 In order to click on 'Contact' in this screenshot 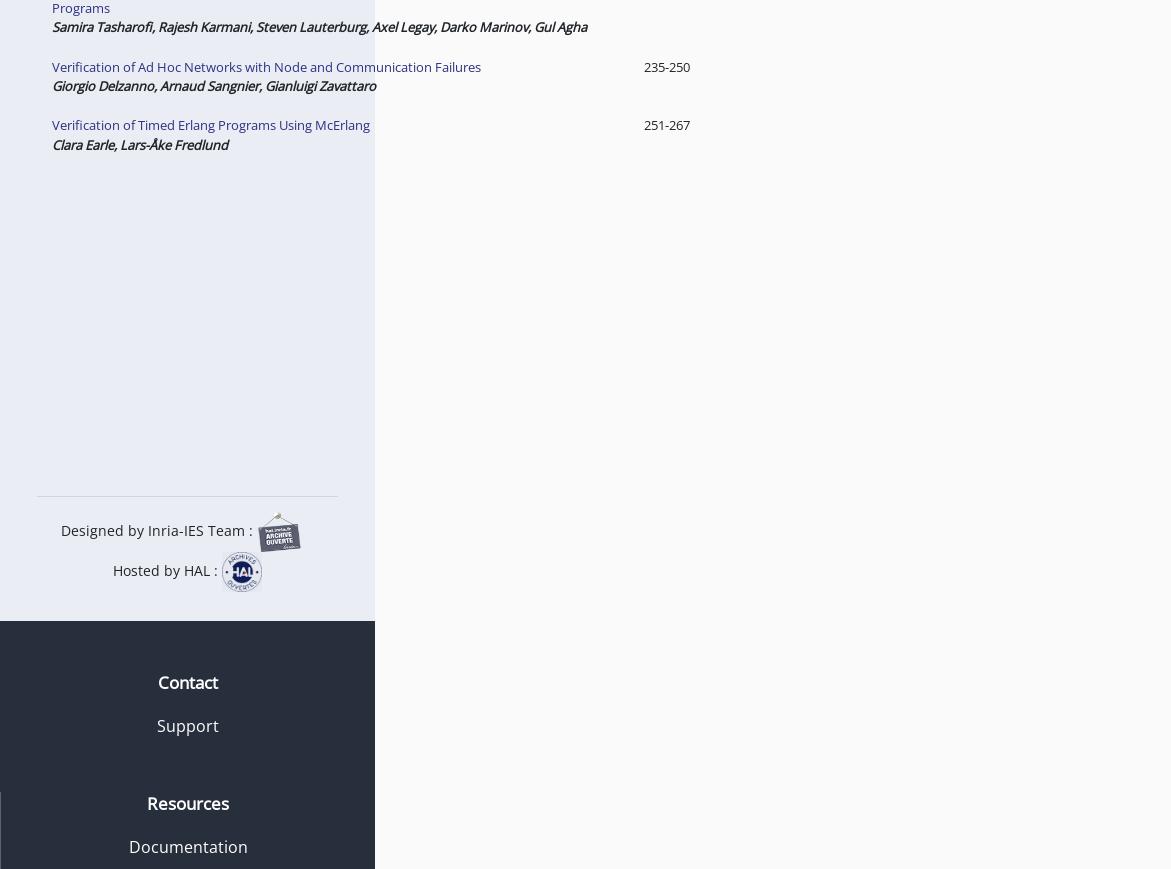, I will do `click(186, 681)`.